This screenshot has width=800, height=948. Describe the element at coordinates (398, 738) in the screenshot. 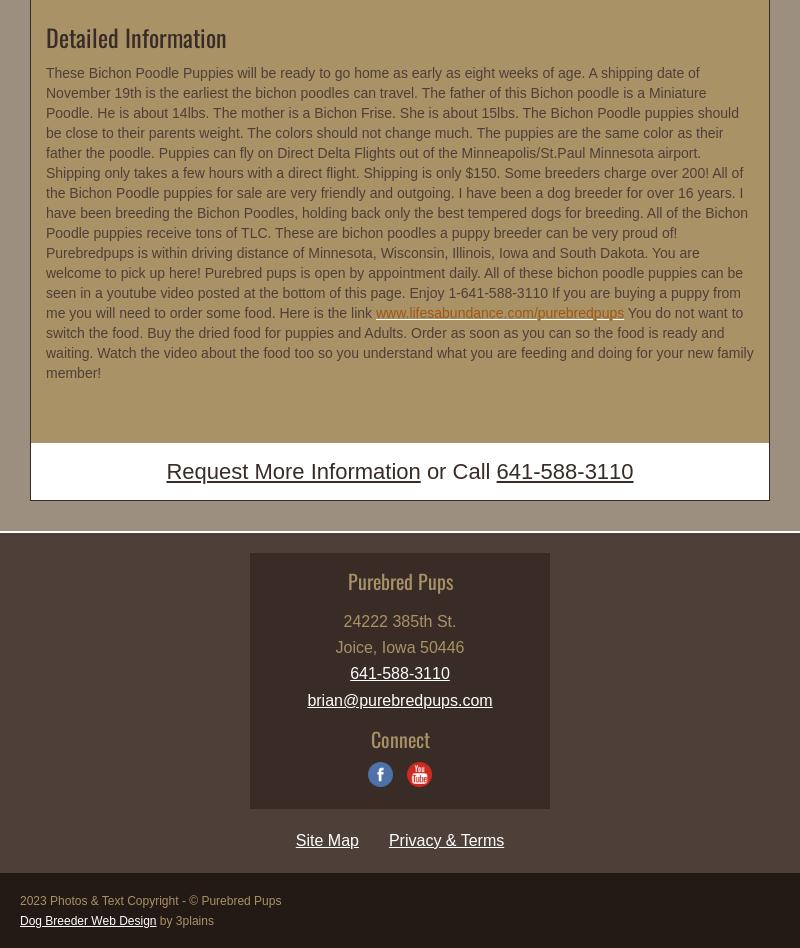

I see `'Connect'` at that location.